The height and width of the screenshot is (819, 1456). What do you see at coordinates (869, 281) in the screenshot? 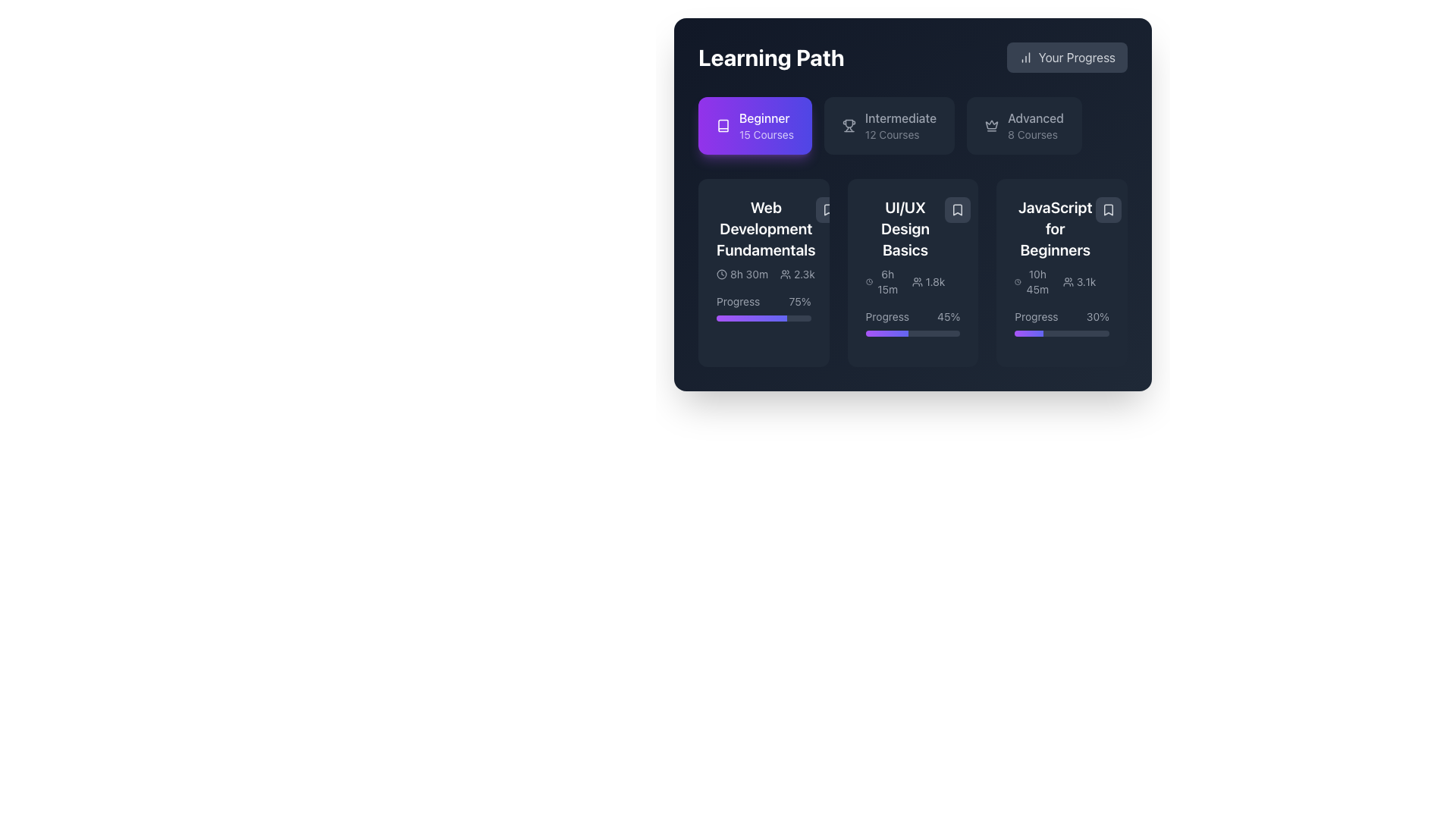
I see `the small circular clock icon with minimalist outline, located to the left of the text '6h 15m' in the 'UI/UX Design Basics' card` at bounding box center [869, 281].